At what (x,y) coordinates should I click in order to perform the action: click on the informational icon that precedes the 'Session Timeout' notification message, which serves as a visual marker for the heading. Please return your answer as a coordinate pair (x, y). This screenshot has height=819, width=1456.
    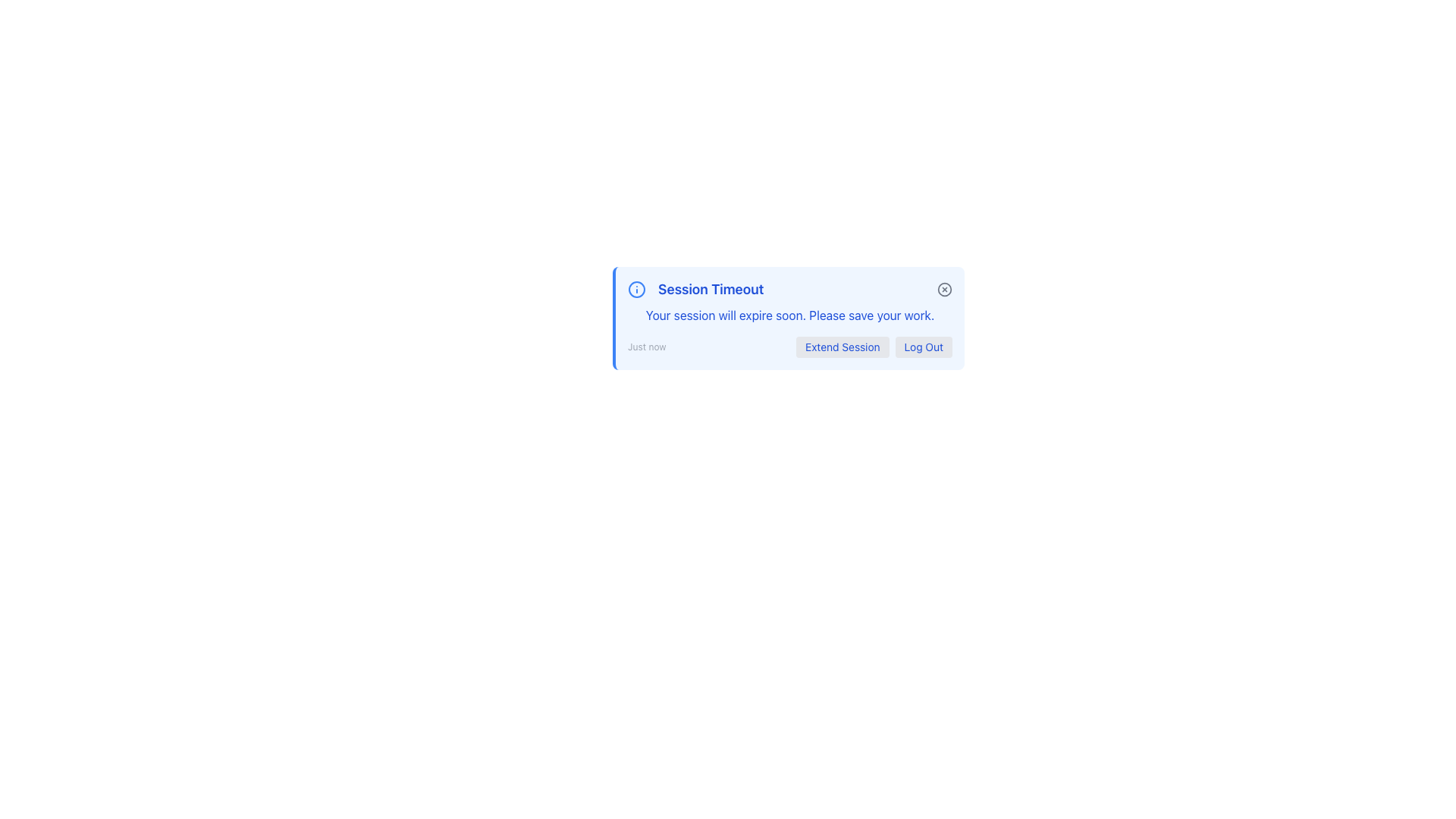
    Looking at the image, I should click on (637, 289).